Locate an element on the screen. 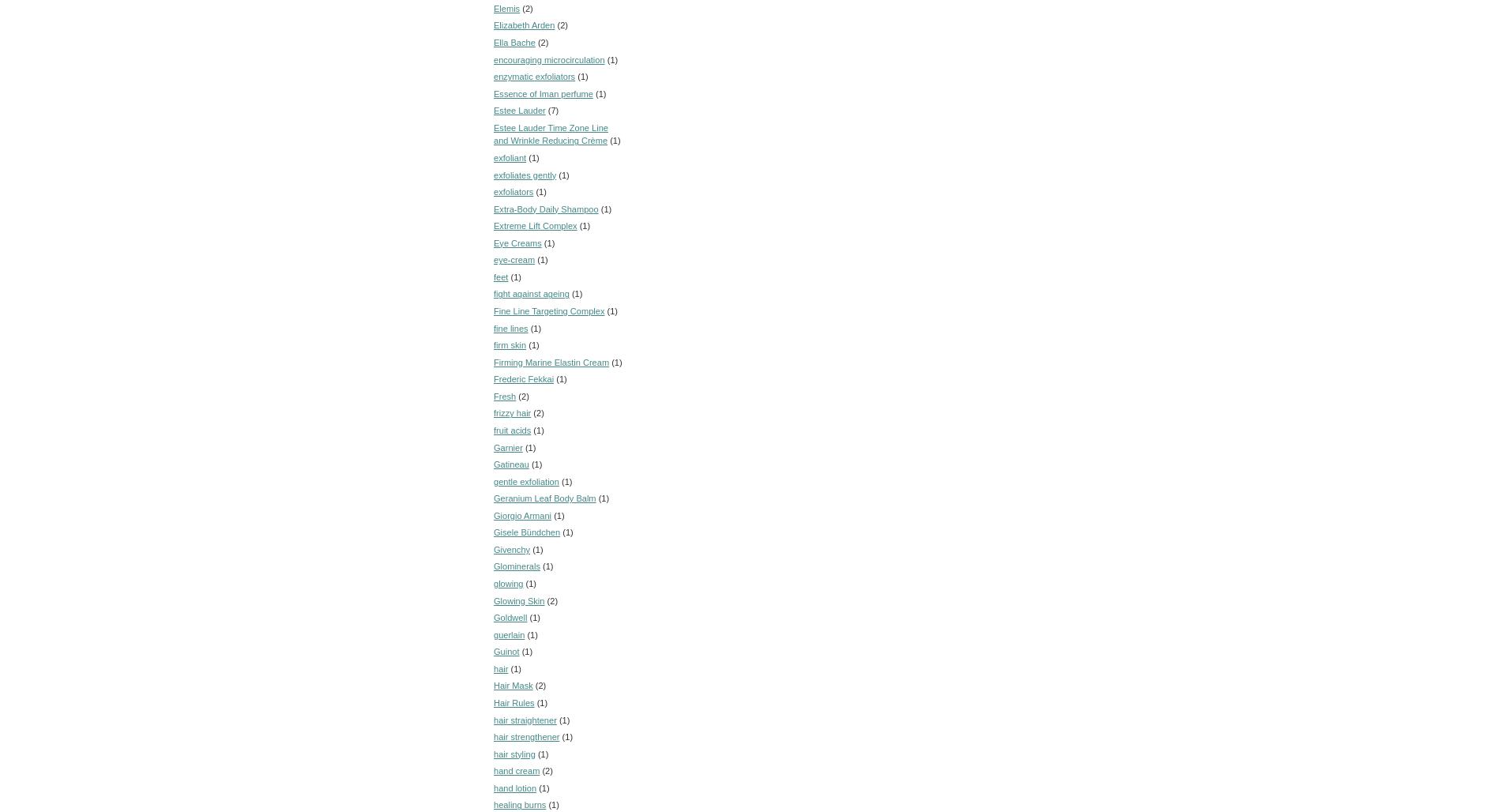 Image resolution: width=1501 pixels, height=812 pixels. 'exfoliates gently' is located at coordinates (525, 174).